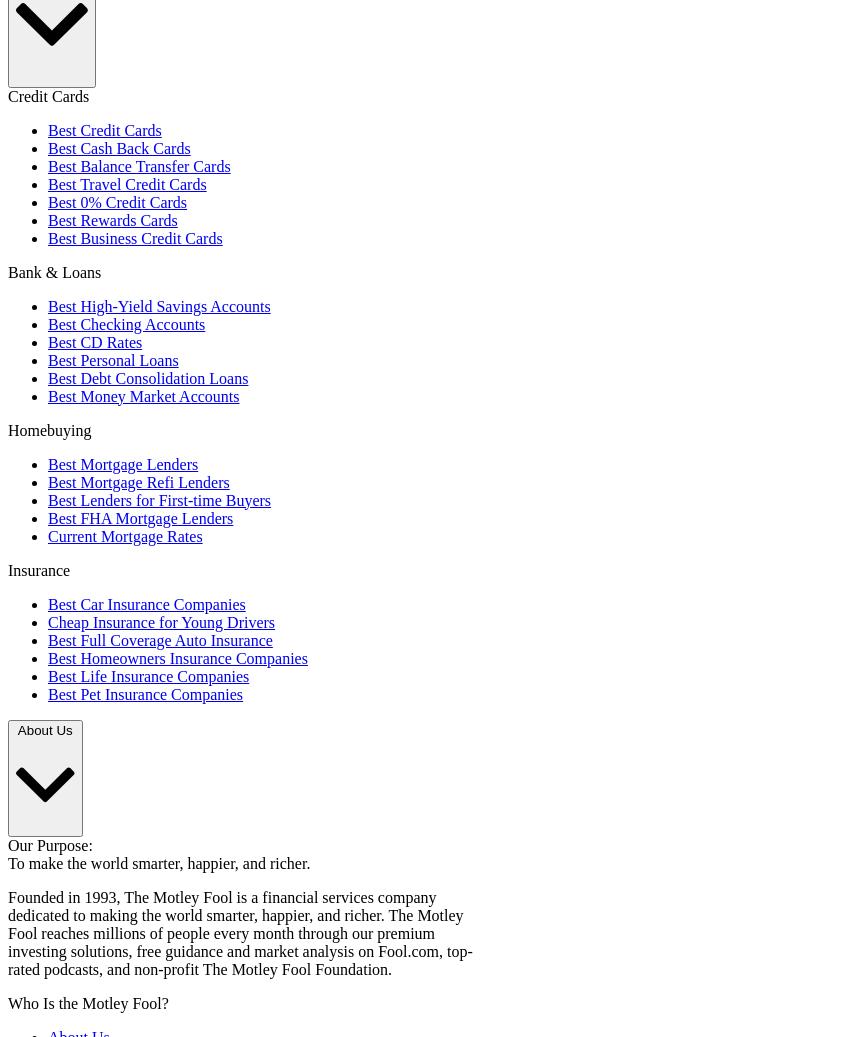 The width and height of the screenshot is (851, 1037). I want to click on 'Best Homeowners Insurance Companies', so click(176, 657).